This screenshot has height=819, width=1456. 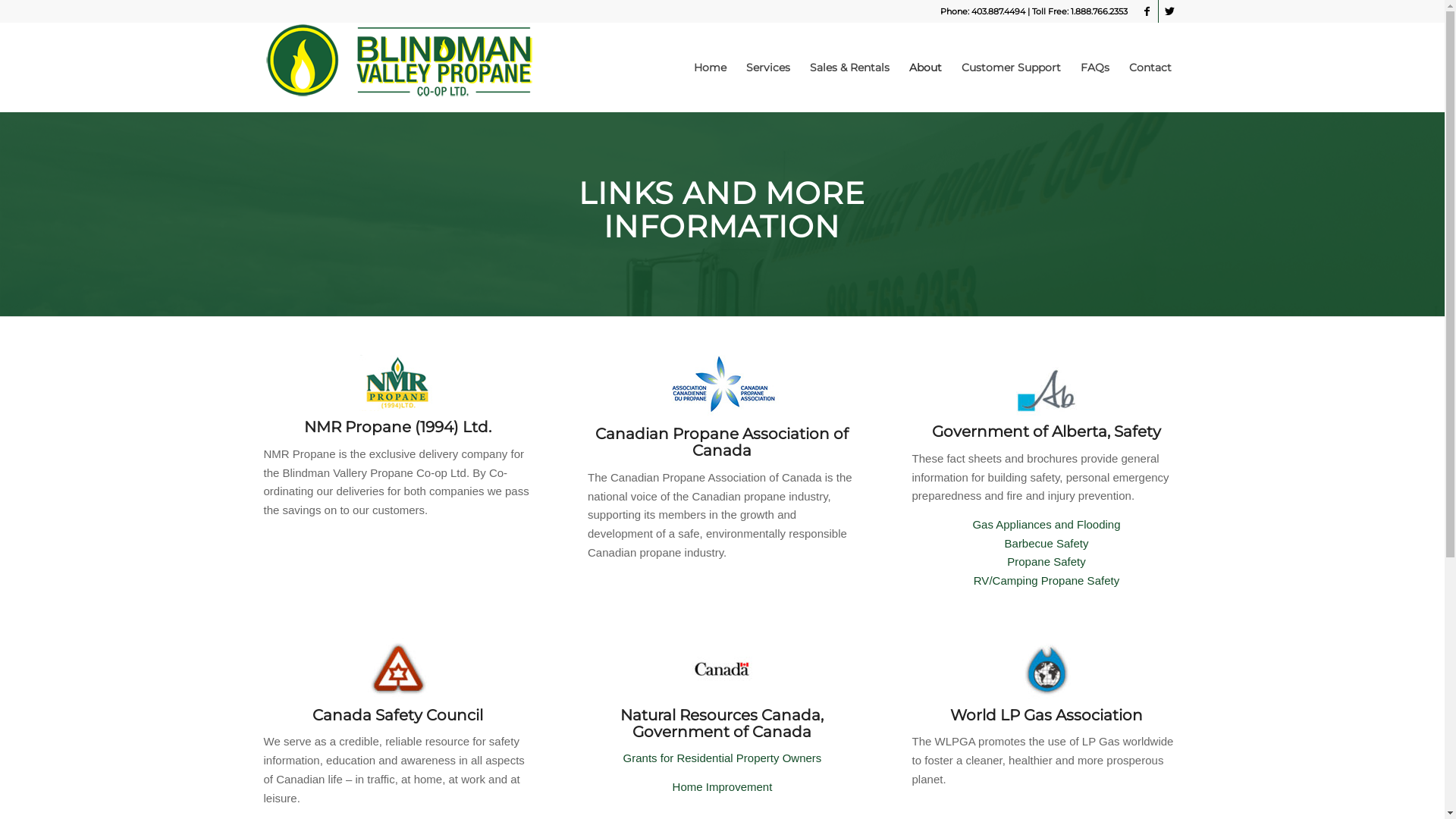 I want to click on 'Facebook', so click(x=1147, y=11).